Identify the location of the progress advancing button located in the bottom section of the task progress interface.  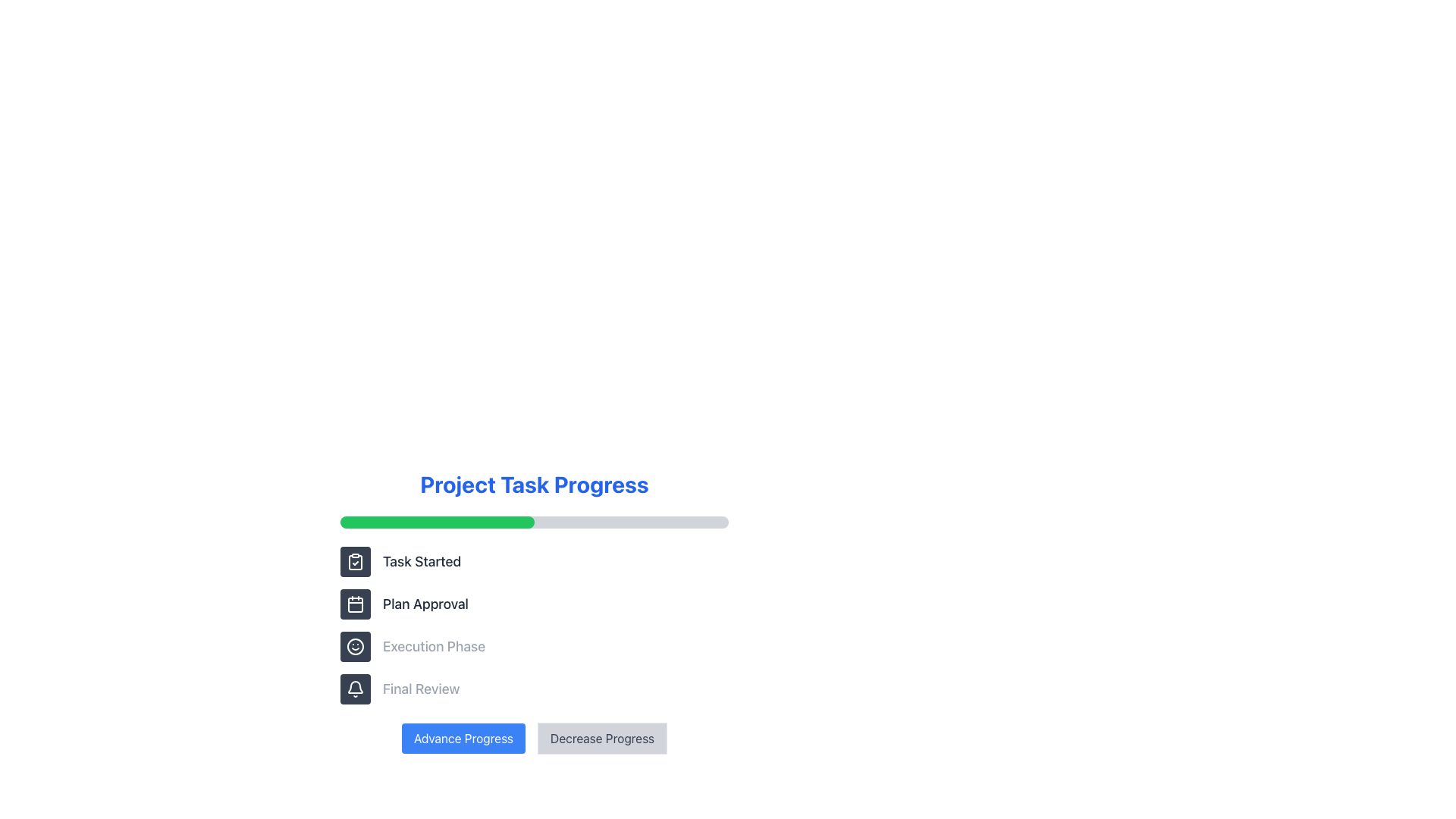
(463, 738).